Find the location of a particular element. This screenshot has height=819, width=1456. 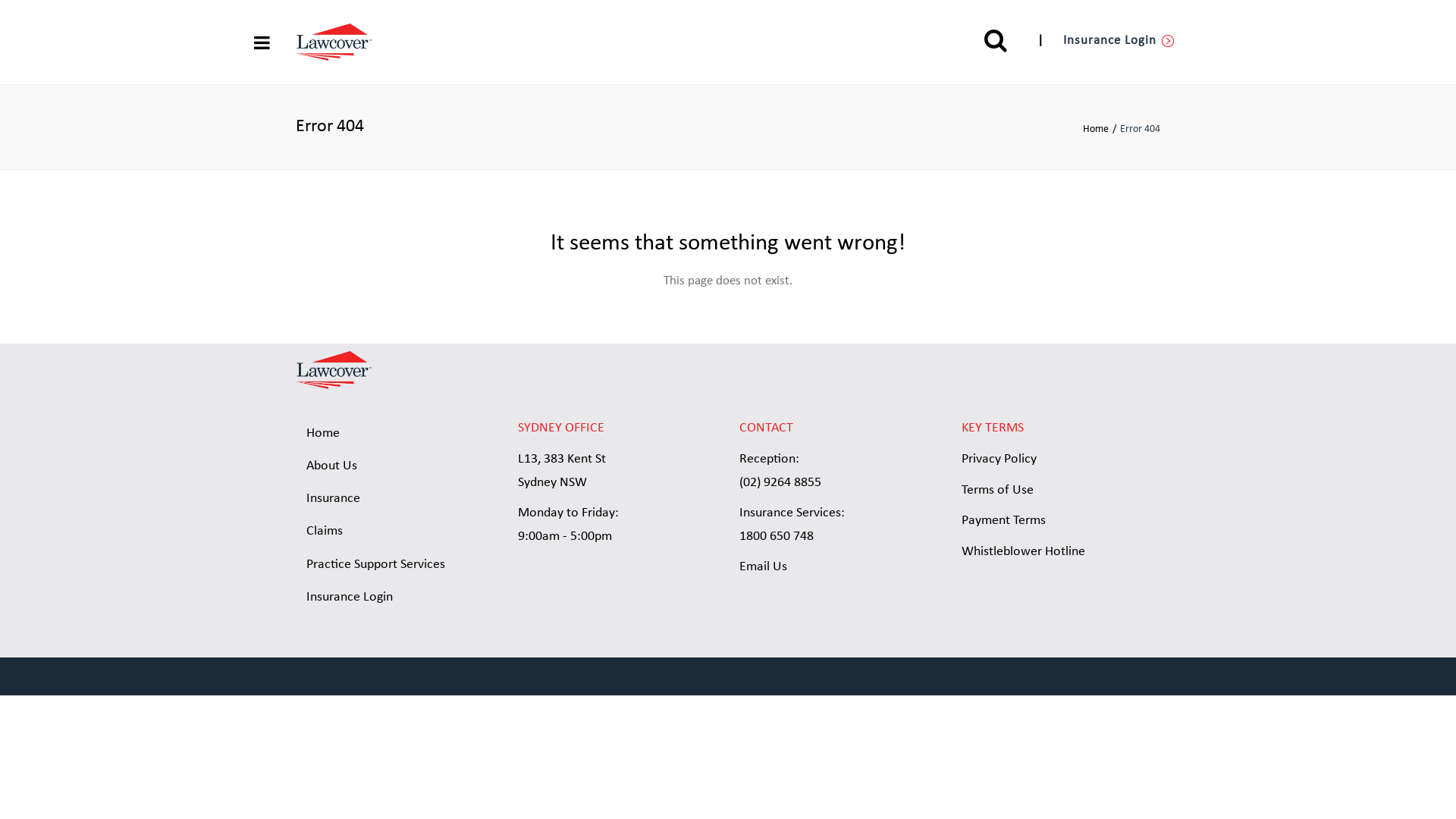

'Insurance' is located at coordinates (395, 499).